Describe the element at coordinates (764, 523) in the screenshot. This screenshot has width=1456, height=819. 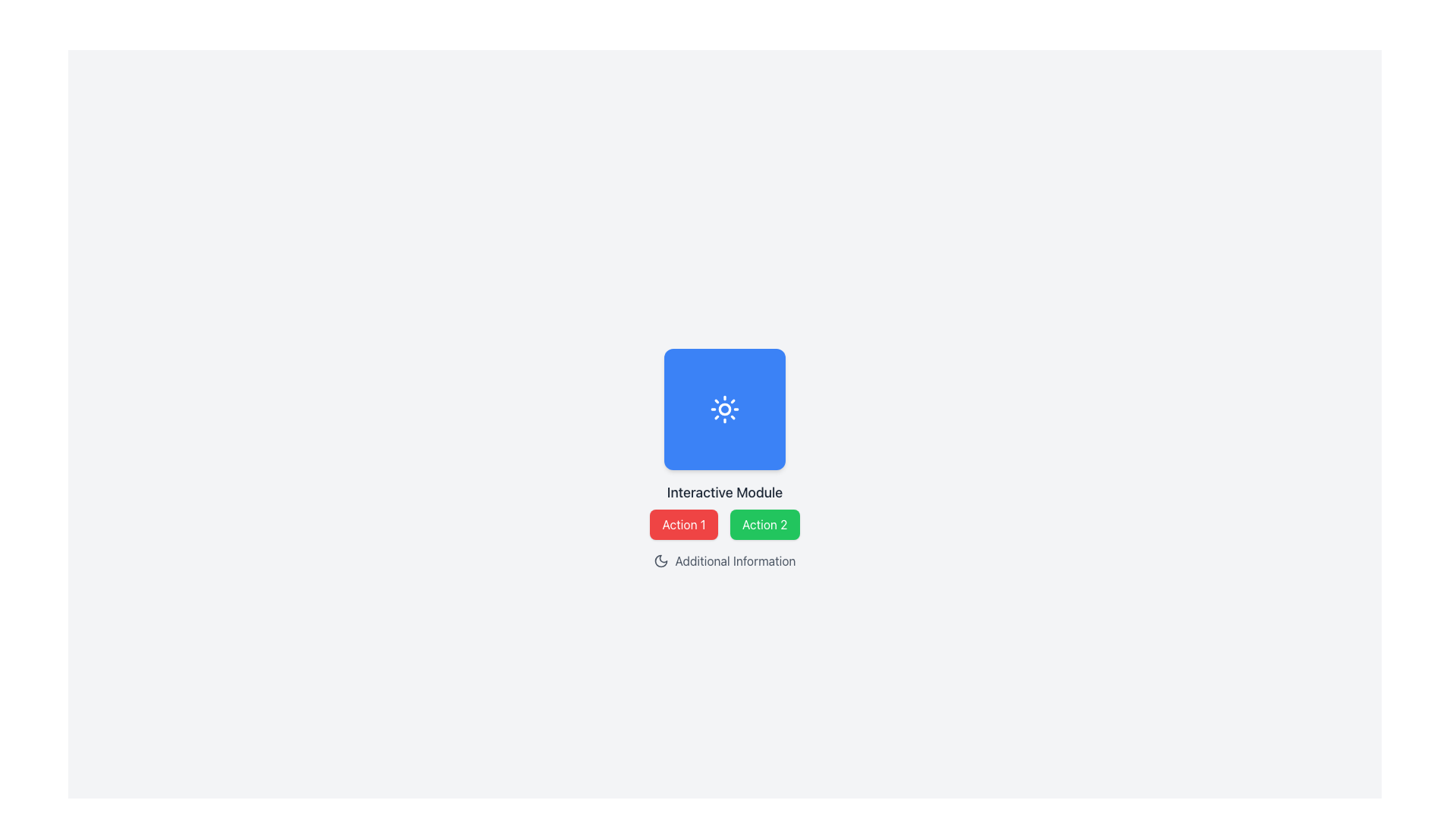
I see `the rectangular button labeled 'Action 2' with a green background to observe its hover effect` at that location.